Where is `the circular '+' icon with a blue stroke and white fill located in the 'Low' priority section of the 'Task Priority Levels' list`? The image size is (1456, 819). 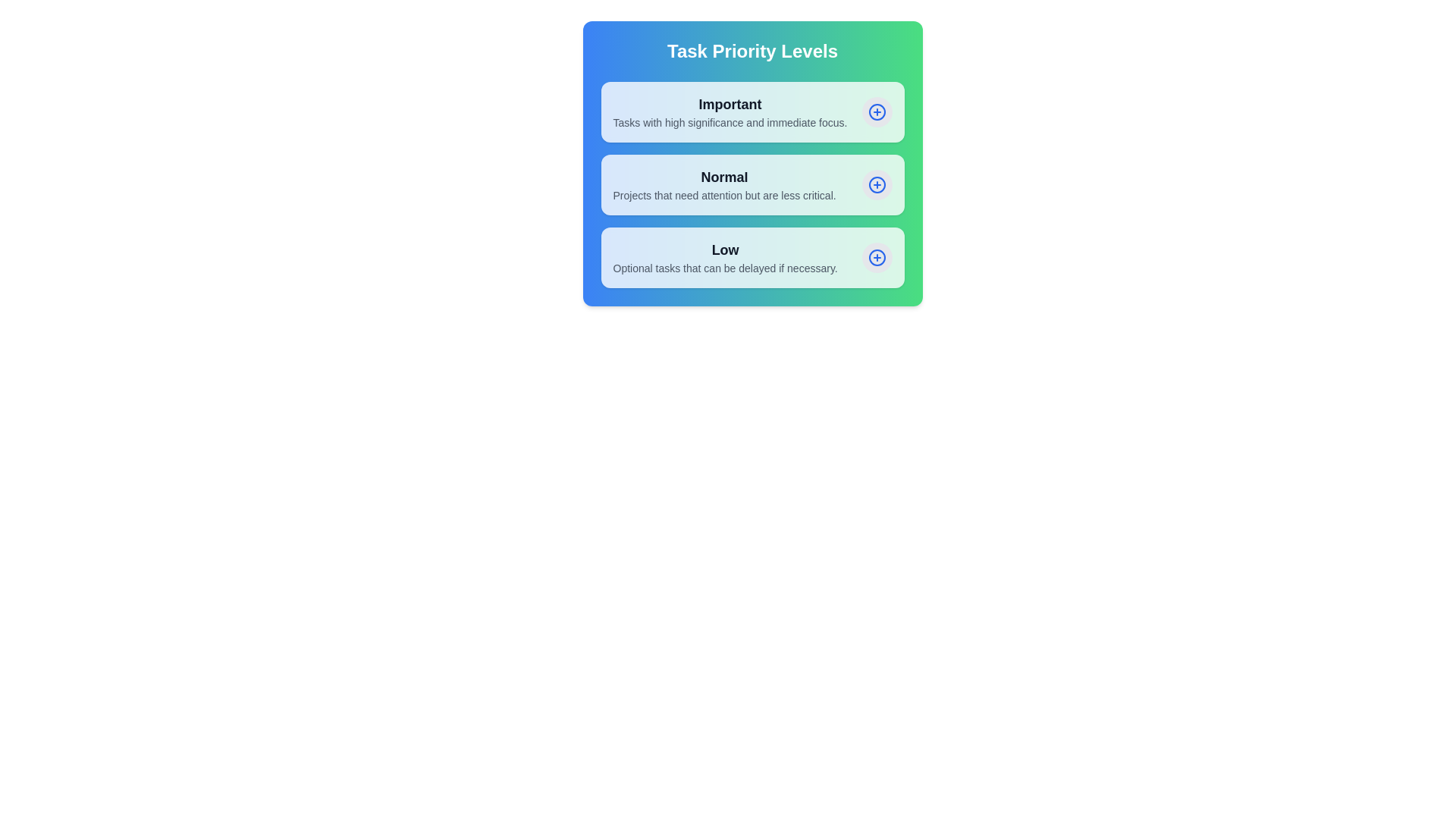
the circular '+' icon with a blue stroke and white fill located in the 'Low' priority section of the 'Task Priority Levels' list is located at coordinates (877, 256).